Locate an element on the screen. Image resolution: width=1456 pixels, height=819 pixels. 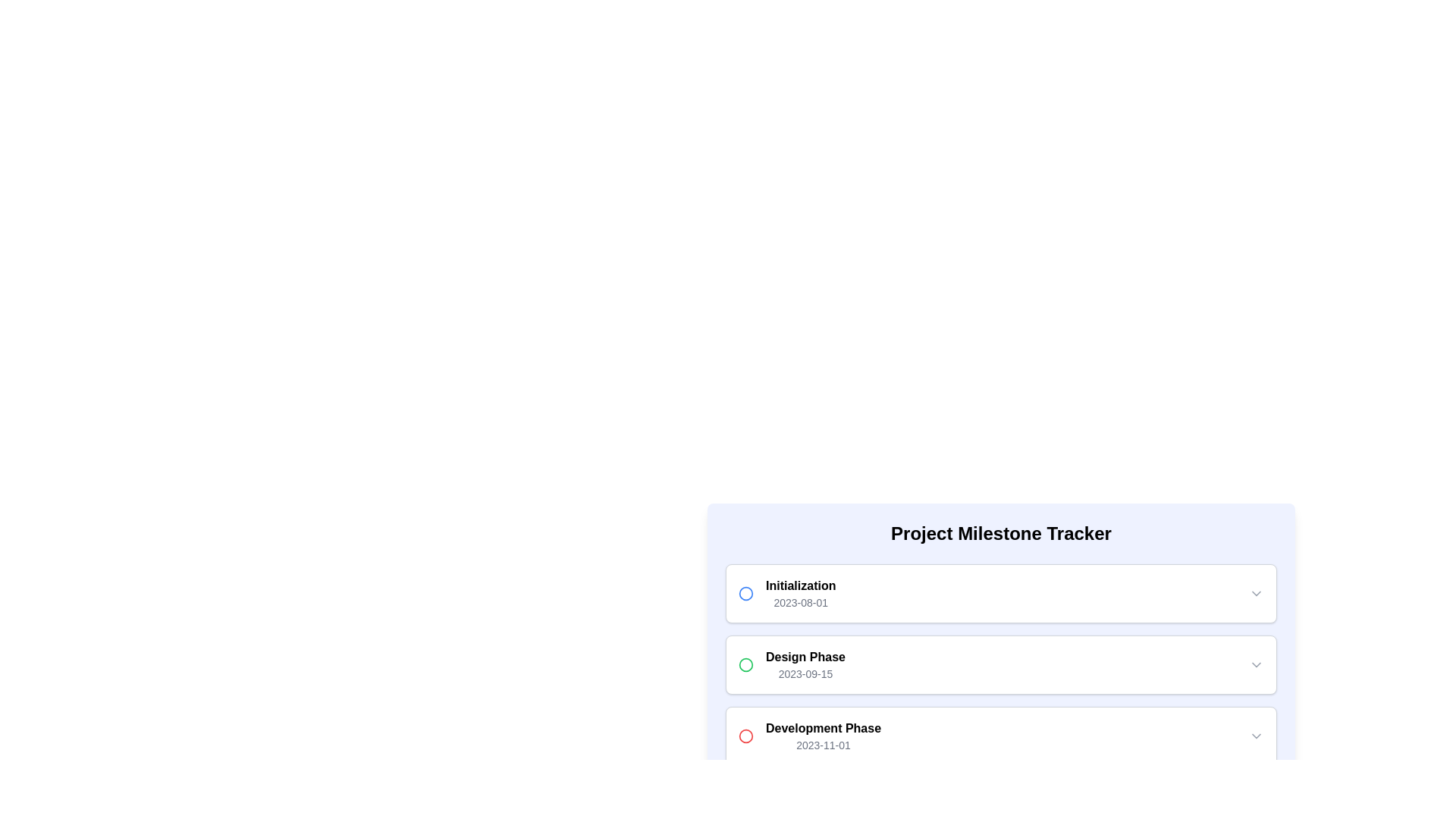
the 'Development Phase' component in the project milestone tracker is located at coordinates (1001, 736).